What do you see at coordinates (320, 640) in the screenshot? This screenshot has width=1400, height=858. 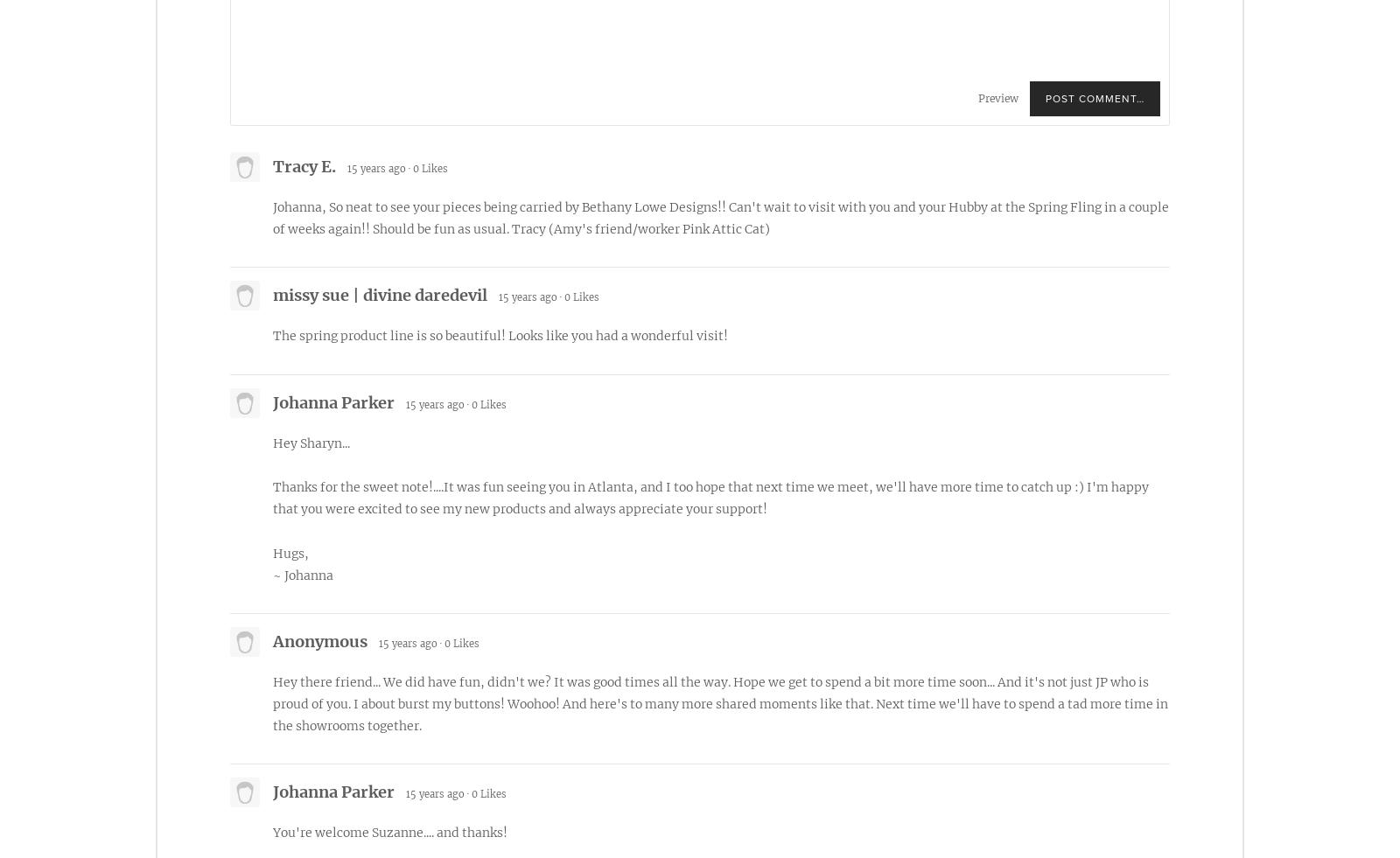 I see `'Anonymous'` at bounding box center [320, 640].